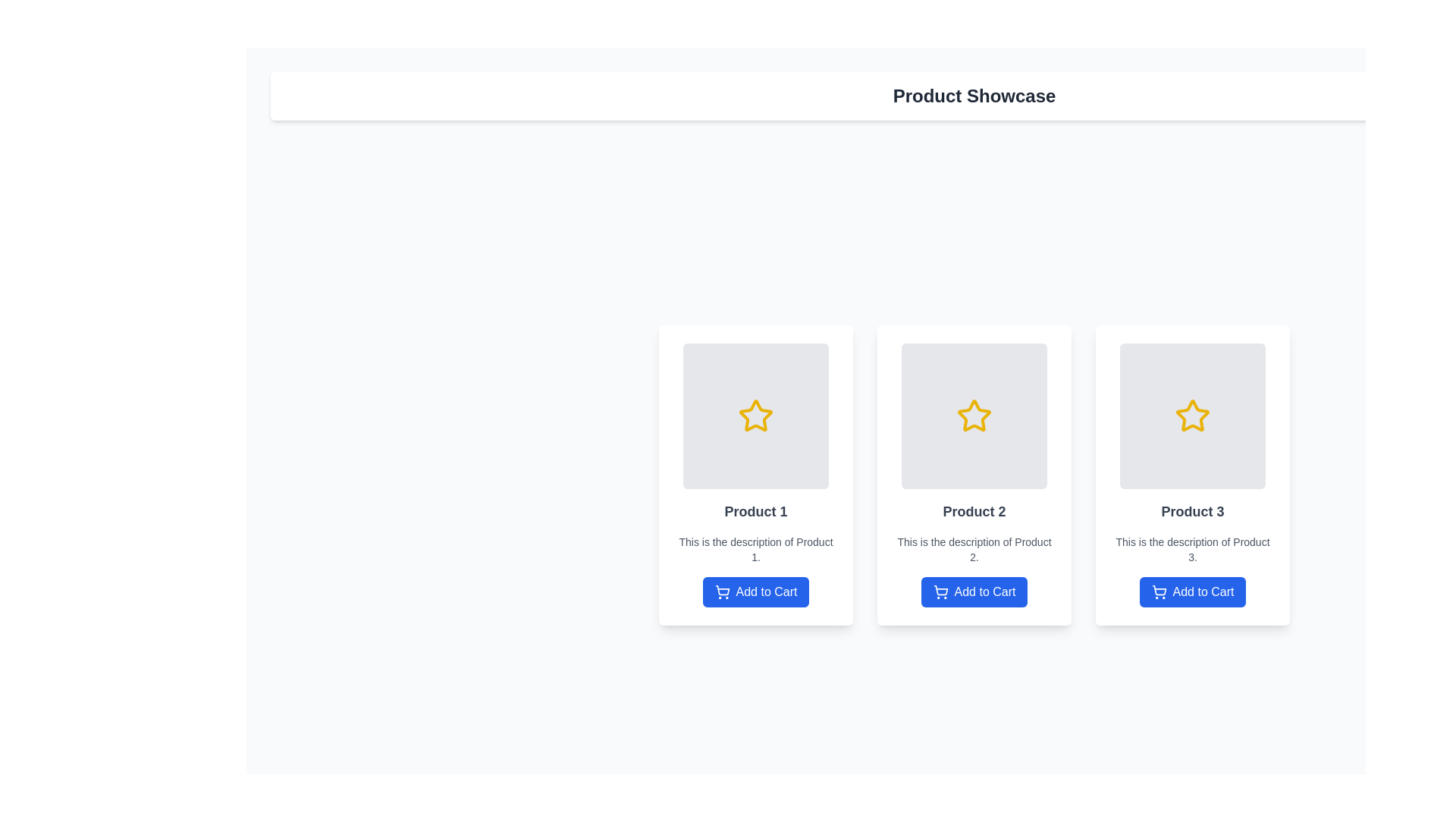 This screenshot has height=819, width=1456. What do you see at coordinates (756, 416) in the screenshot?
I see `the yellow outlined star icon to favorite the product in the first product card` at bounding box center [756, 416].